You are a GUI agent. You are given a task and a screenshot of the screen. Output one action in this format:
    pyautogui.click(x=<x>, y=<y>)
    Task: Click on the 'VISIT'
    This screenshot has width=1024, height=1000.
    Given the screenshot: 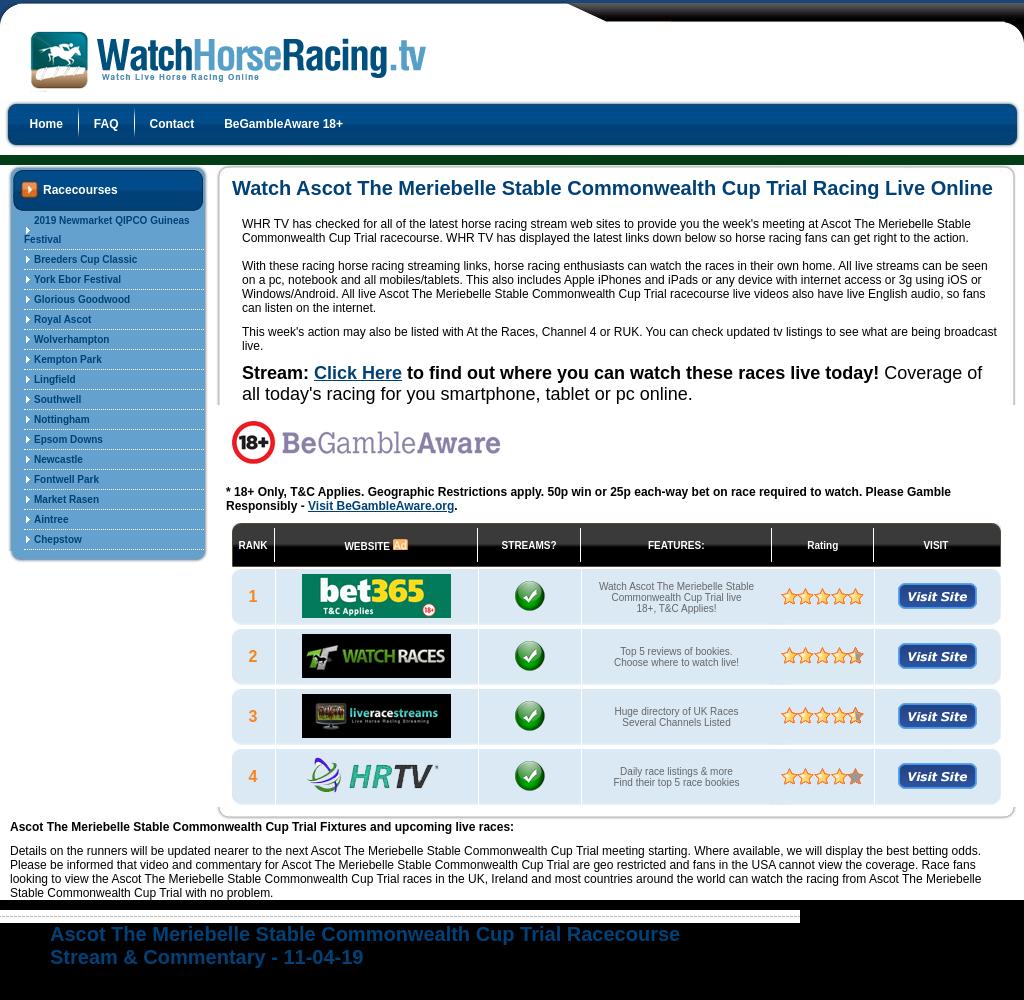 What is the action you would take?
    pyautogui.click(x=934, y=544)
    